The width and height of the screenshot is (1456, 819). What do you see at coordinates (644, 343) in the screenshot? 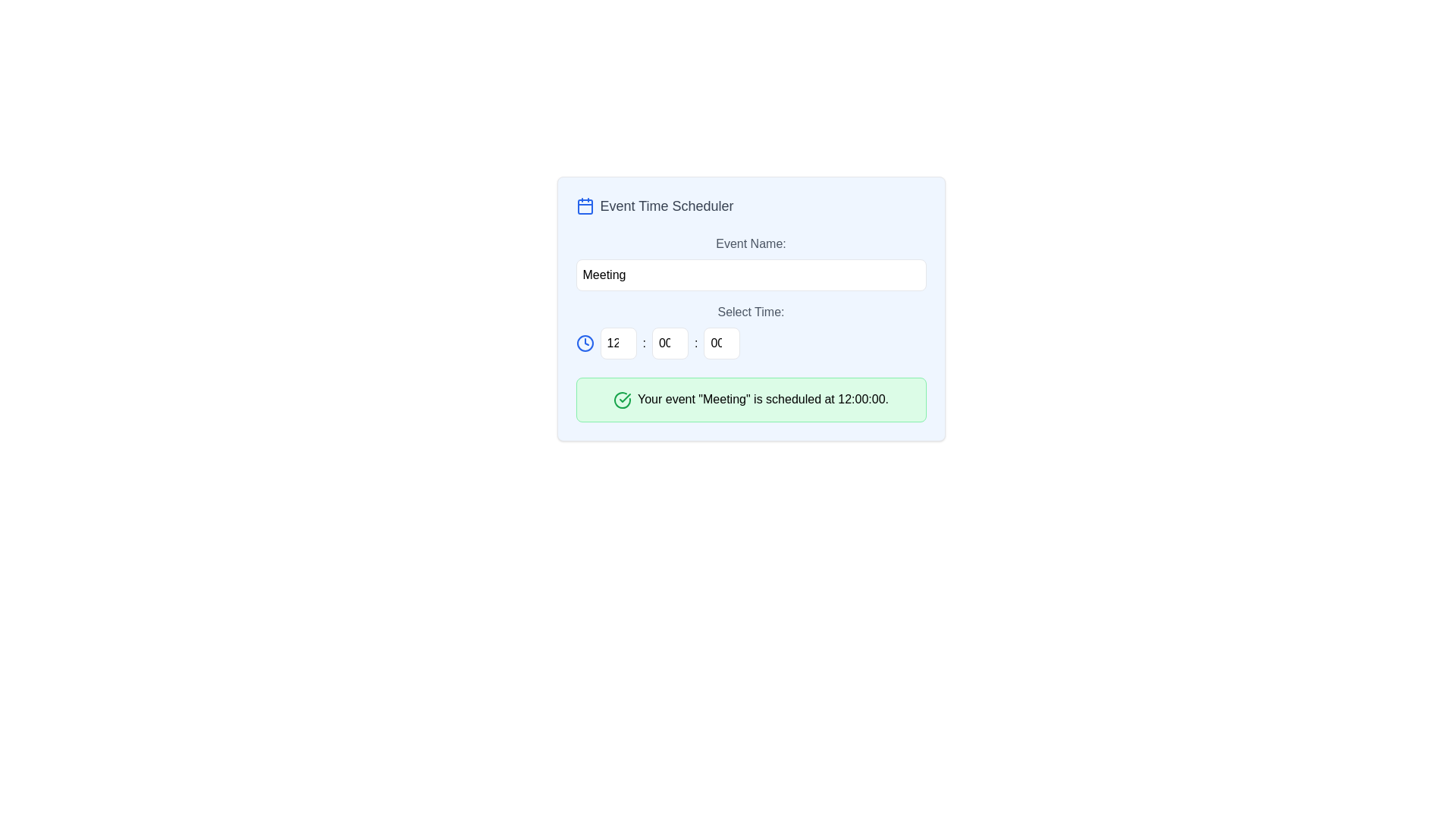
I see `the static colon element positioned between the hour input field (12) and the minute input field (00) in the time selection interface` at bounding box center [644, 343].